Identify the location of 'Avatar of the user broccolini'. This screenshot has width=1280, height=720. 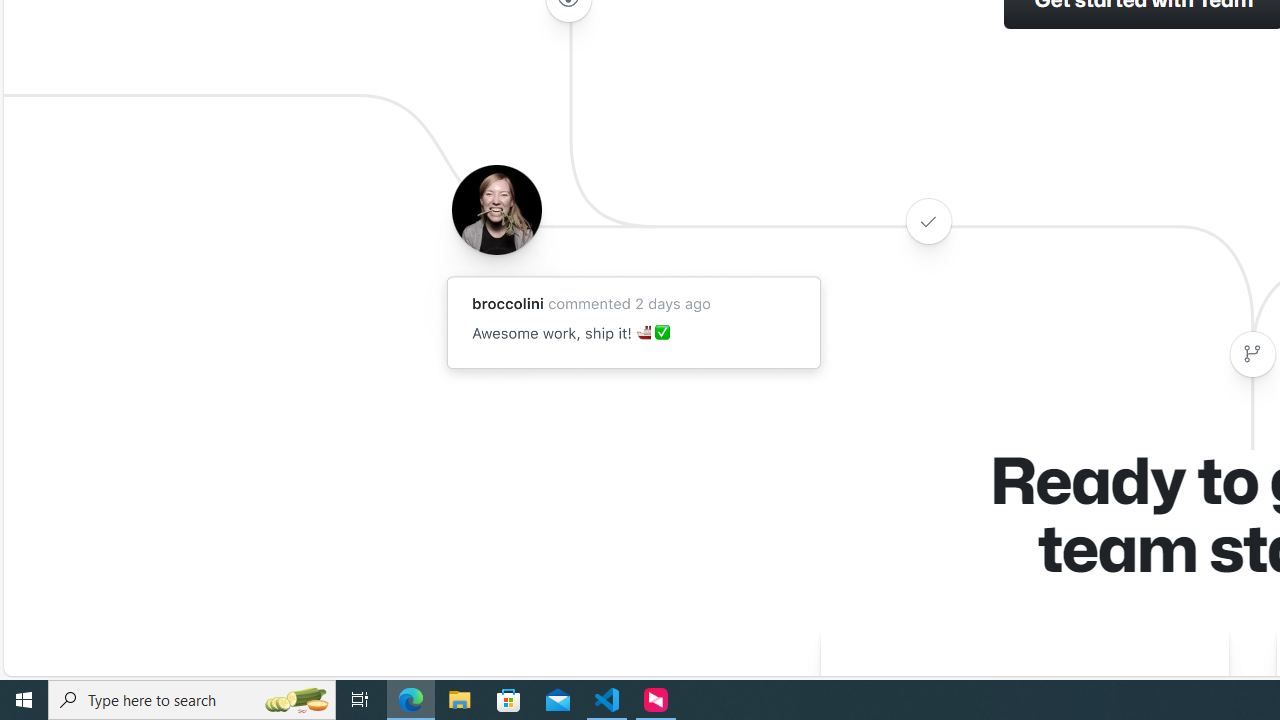
(496, 209).